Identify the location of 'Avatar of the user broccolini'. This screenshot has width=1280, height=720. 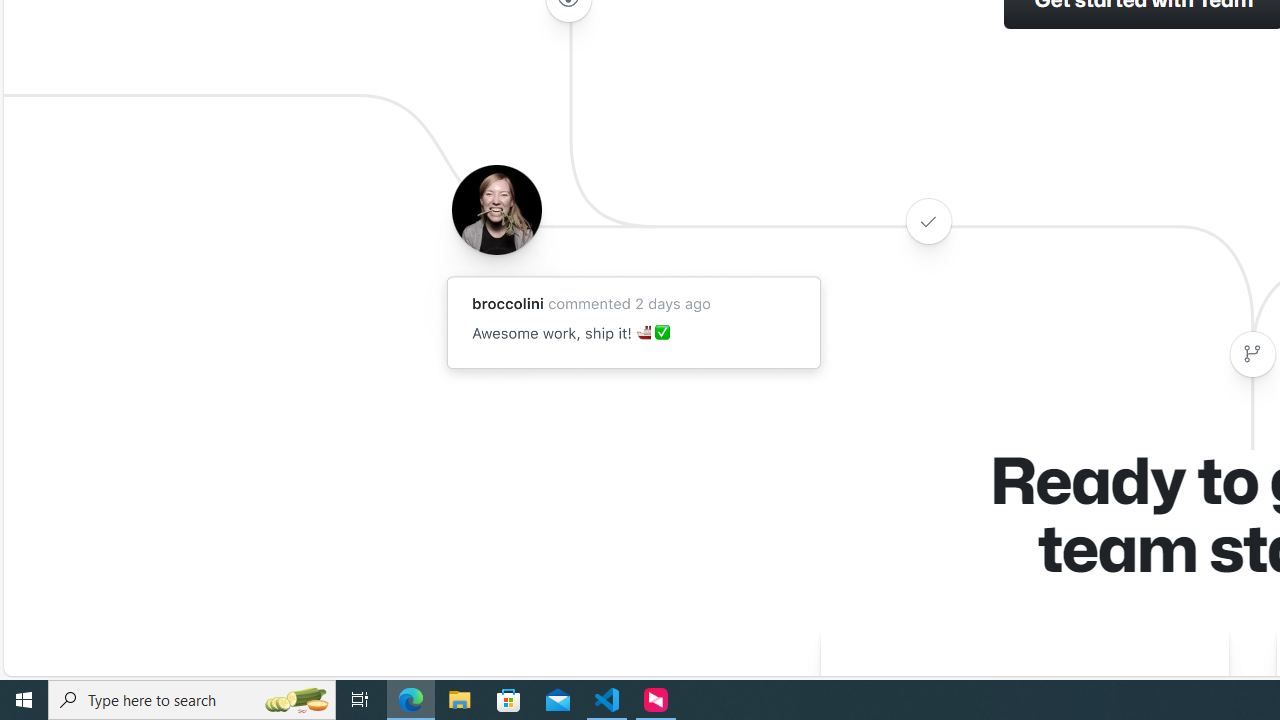
(496, 209).